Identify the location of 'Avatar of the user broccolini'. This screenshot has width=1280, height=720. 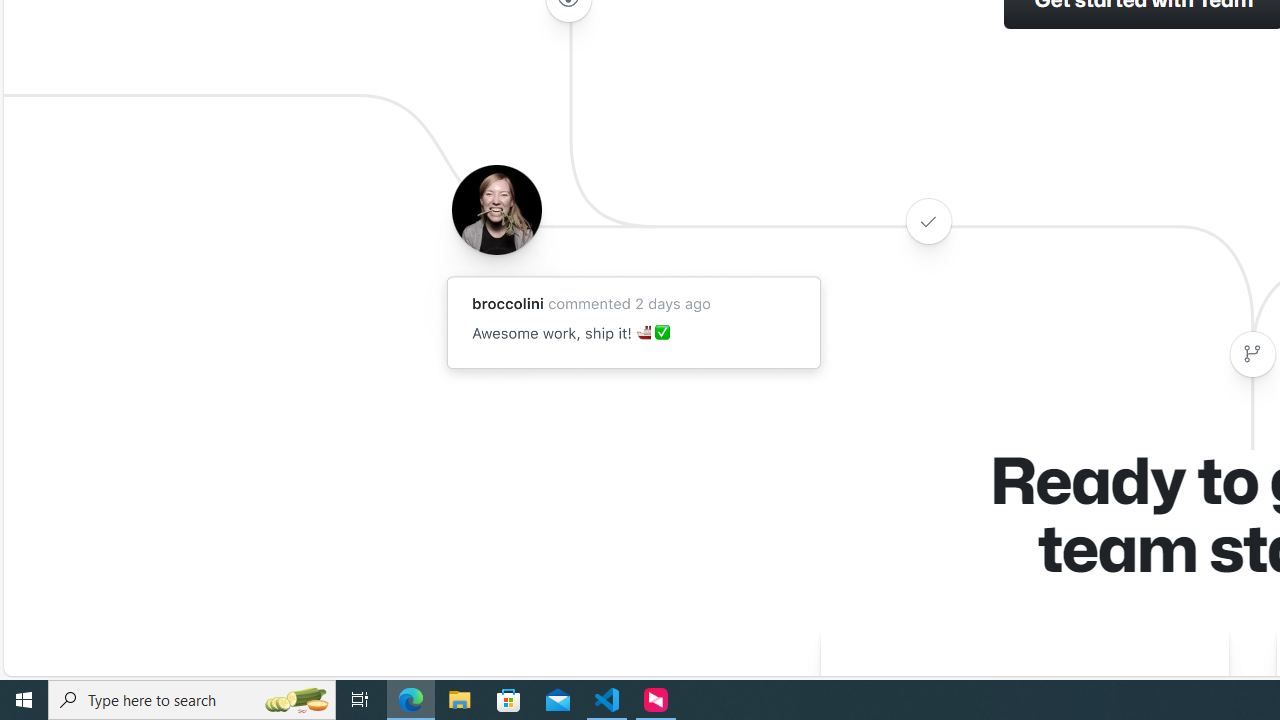
(496, 209).